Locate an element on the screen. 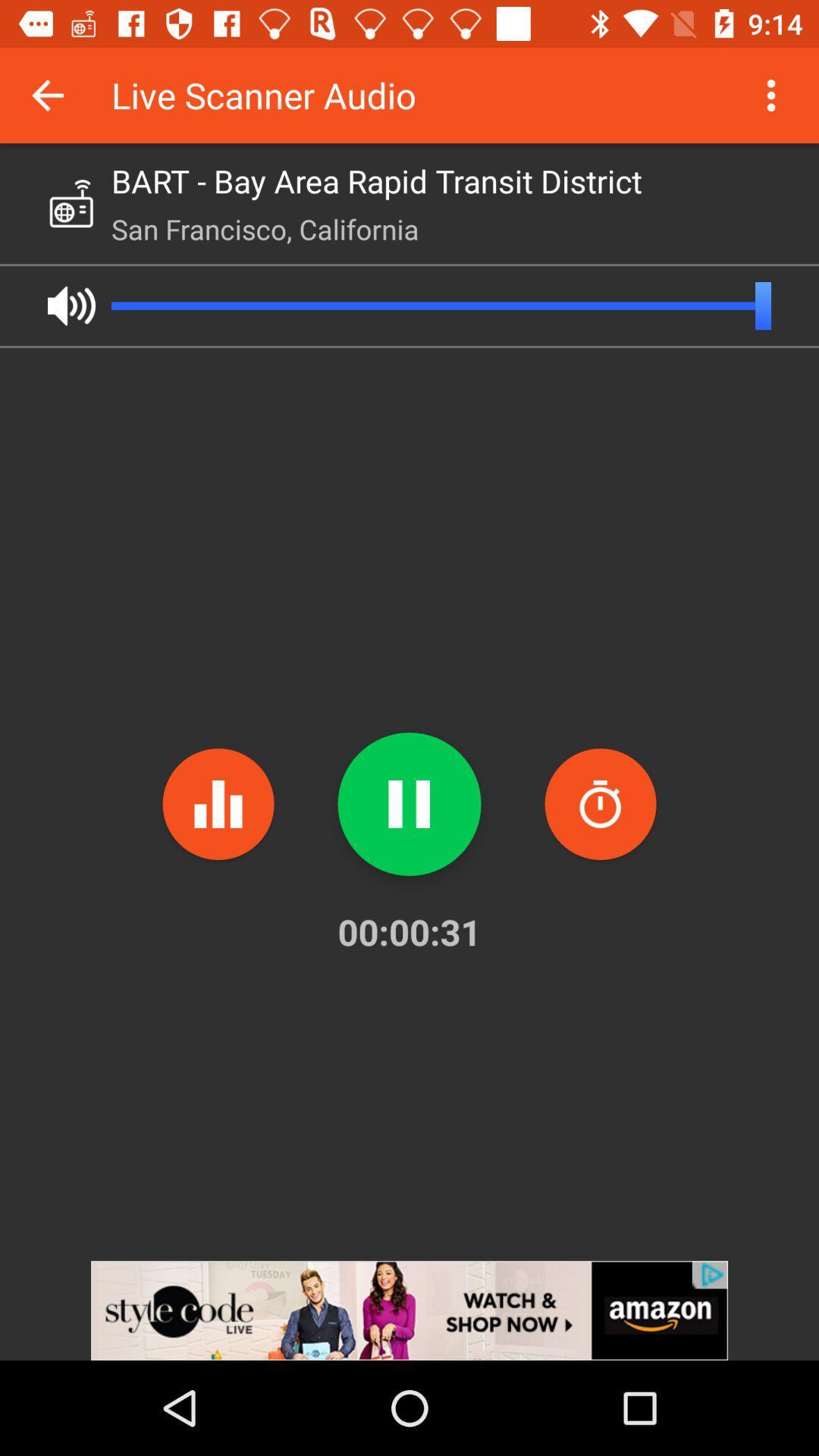 This screenshot has width=819, height=1456. time option is located at coordinates (599, 803).